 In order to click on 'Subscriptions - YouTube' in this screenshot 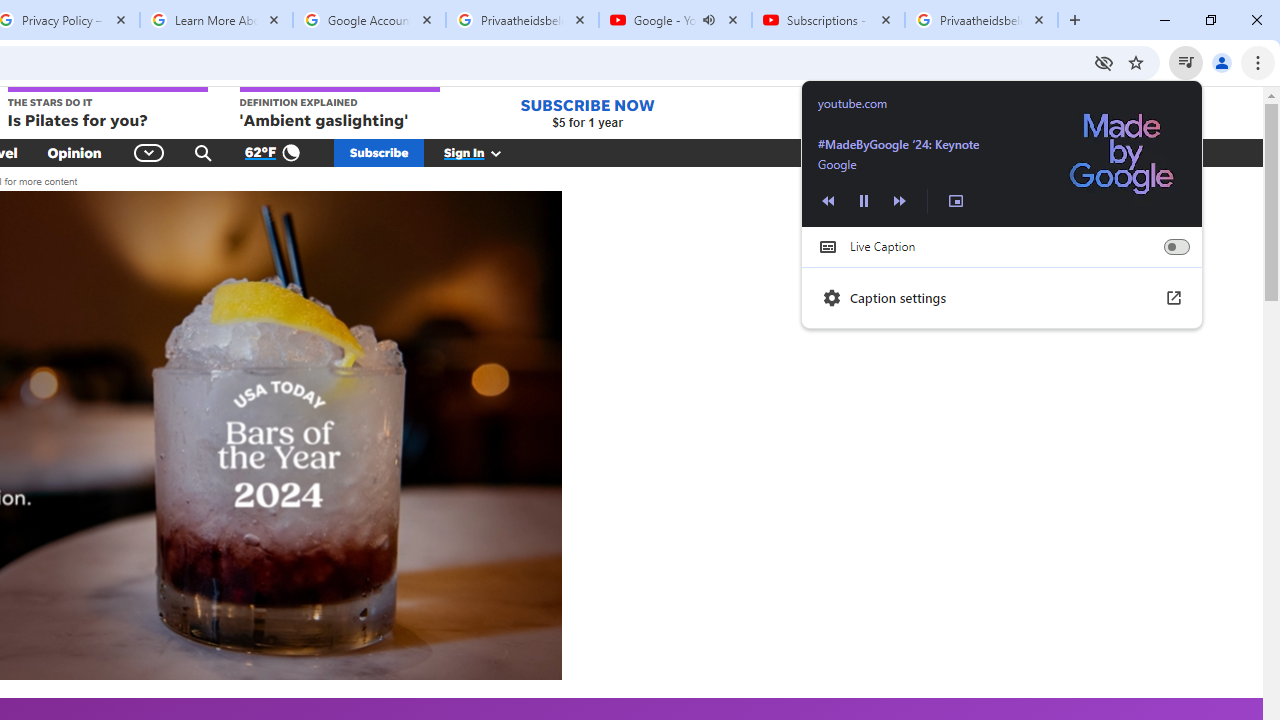, I will do `click(828, 20)`.